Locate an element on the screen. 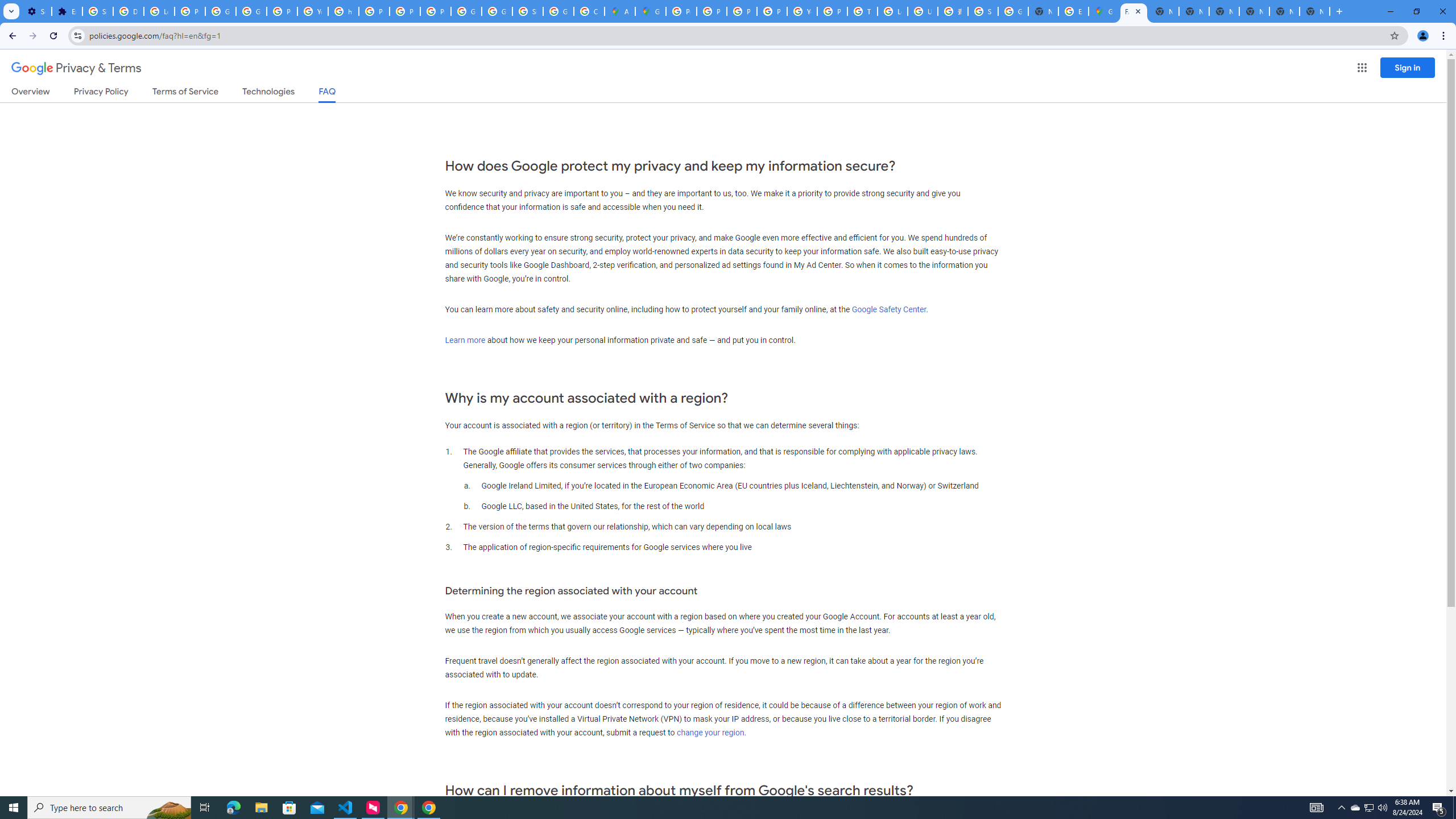  'YouTube' is located at coordinates (802, 11).